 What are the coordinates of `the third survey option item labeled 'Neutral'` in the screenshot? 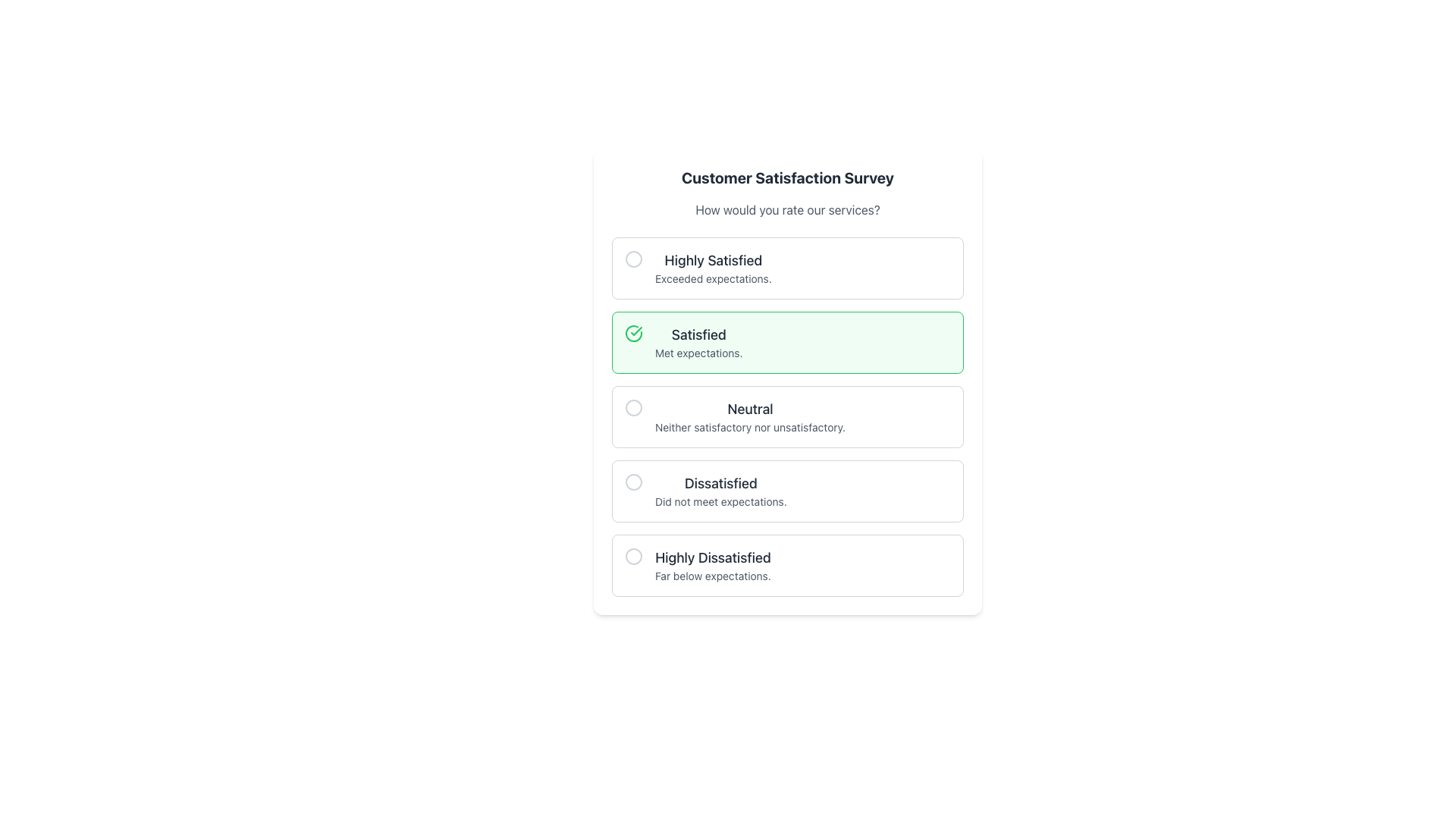 It's located at (750, 417).